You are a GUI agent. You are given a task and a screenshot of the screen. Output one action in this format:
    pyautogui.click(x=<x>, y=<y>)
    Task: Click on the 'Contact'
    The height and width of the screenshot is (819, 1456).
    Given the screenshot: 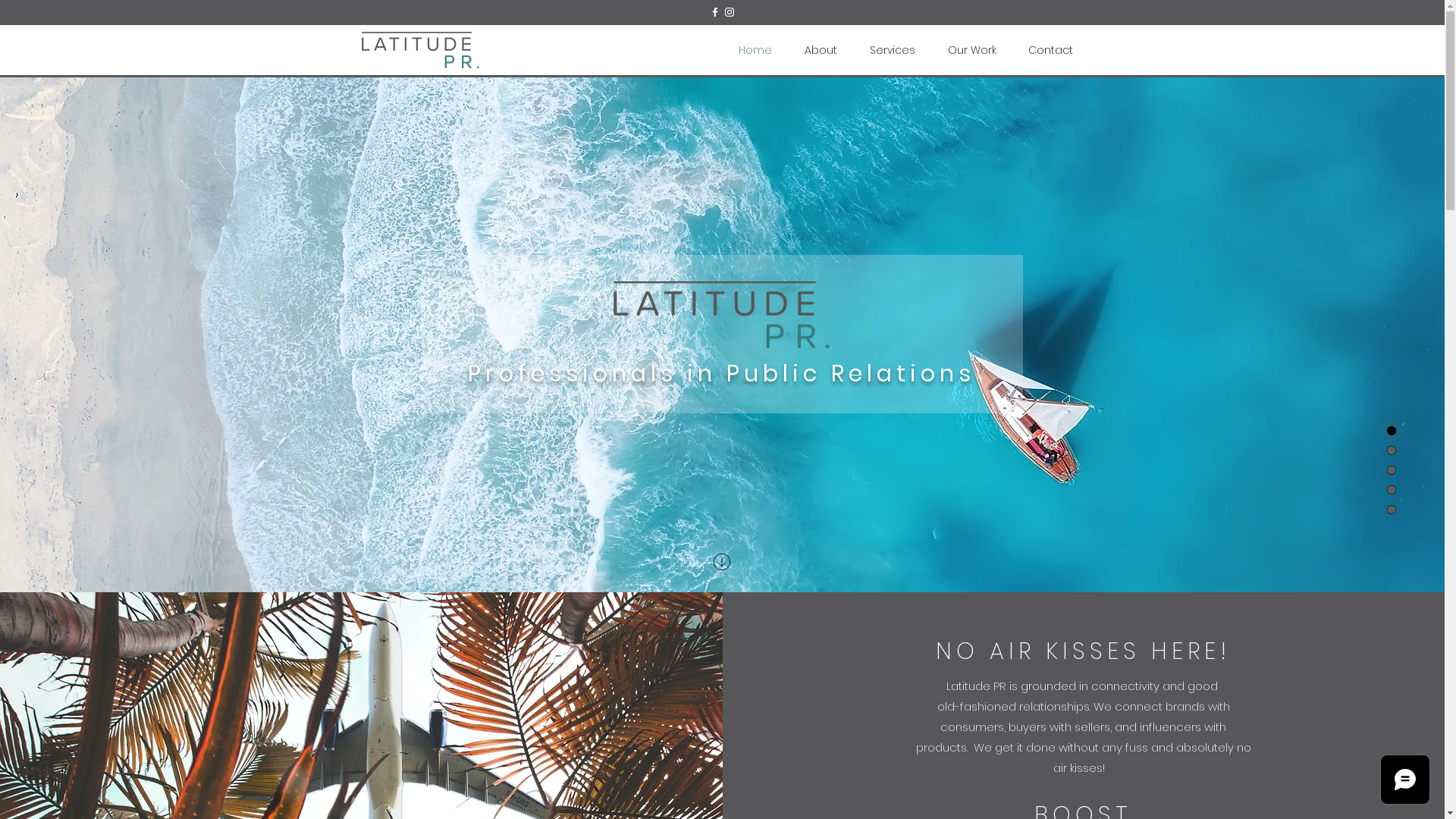 What is the action you would take?
    pyautogui.click(x=1012, y=49)
    